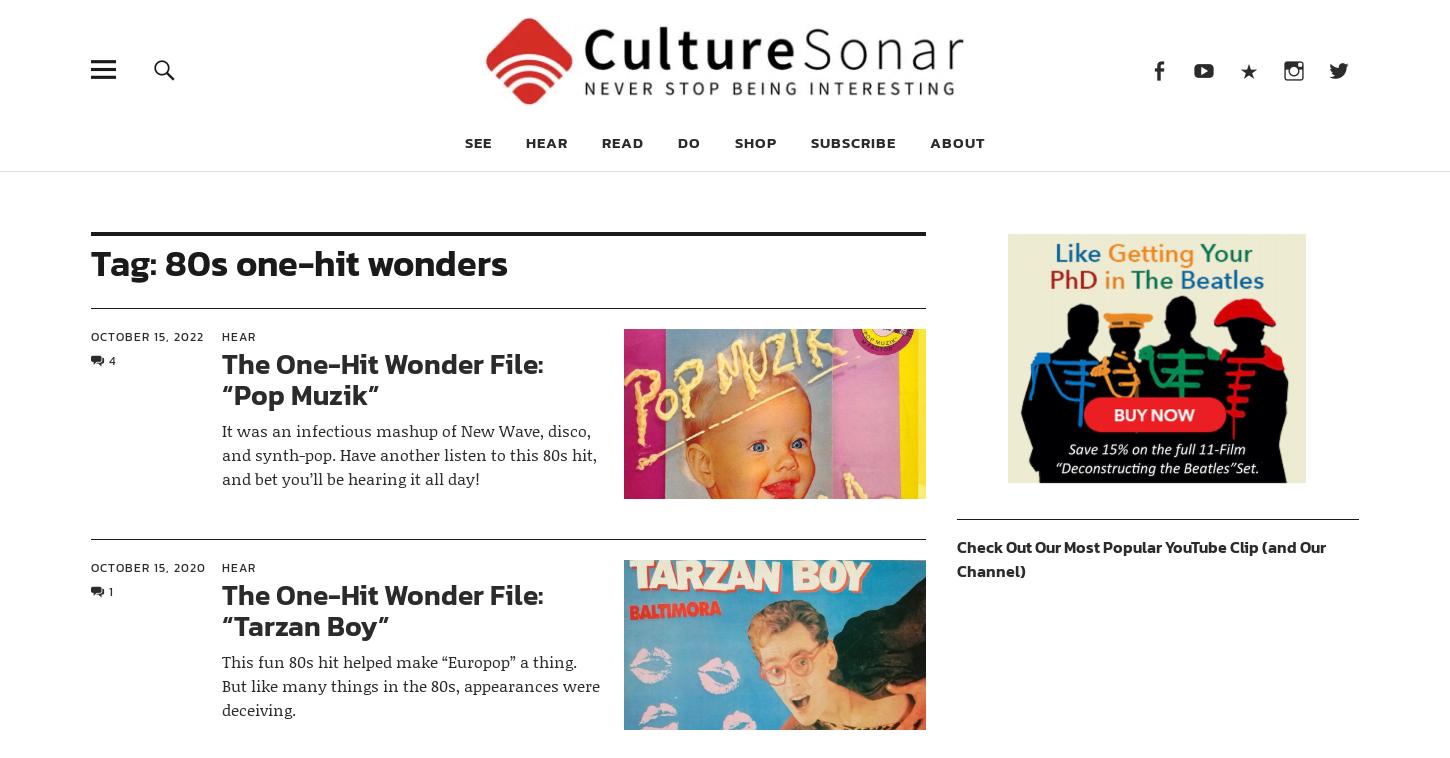 Image resolution: width=1450 pixels, height=758 pixels. What do you see at coordinates (108, 591) in the screenshot?
I see `'1'` at bounding box center [108, 591].